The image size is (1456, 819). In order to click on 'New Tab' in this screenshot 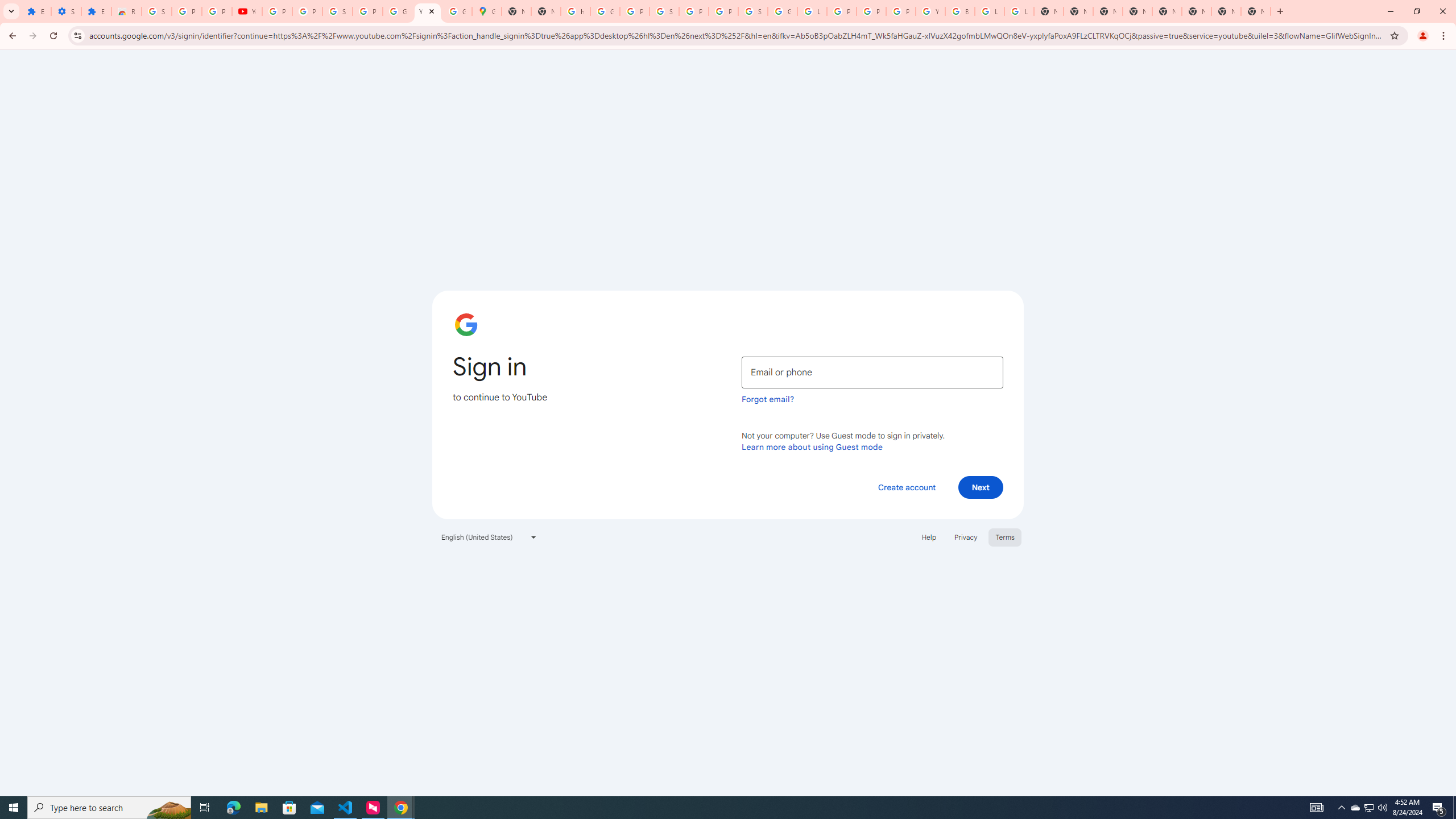, I will do `click(1256, 11)`.